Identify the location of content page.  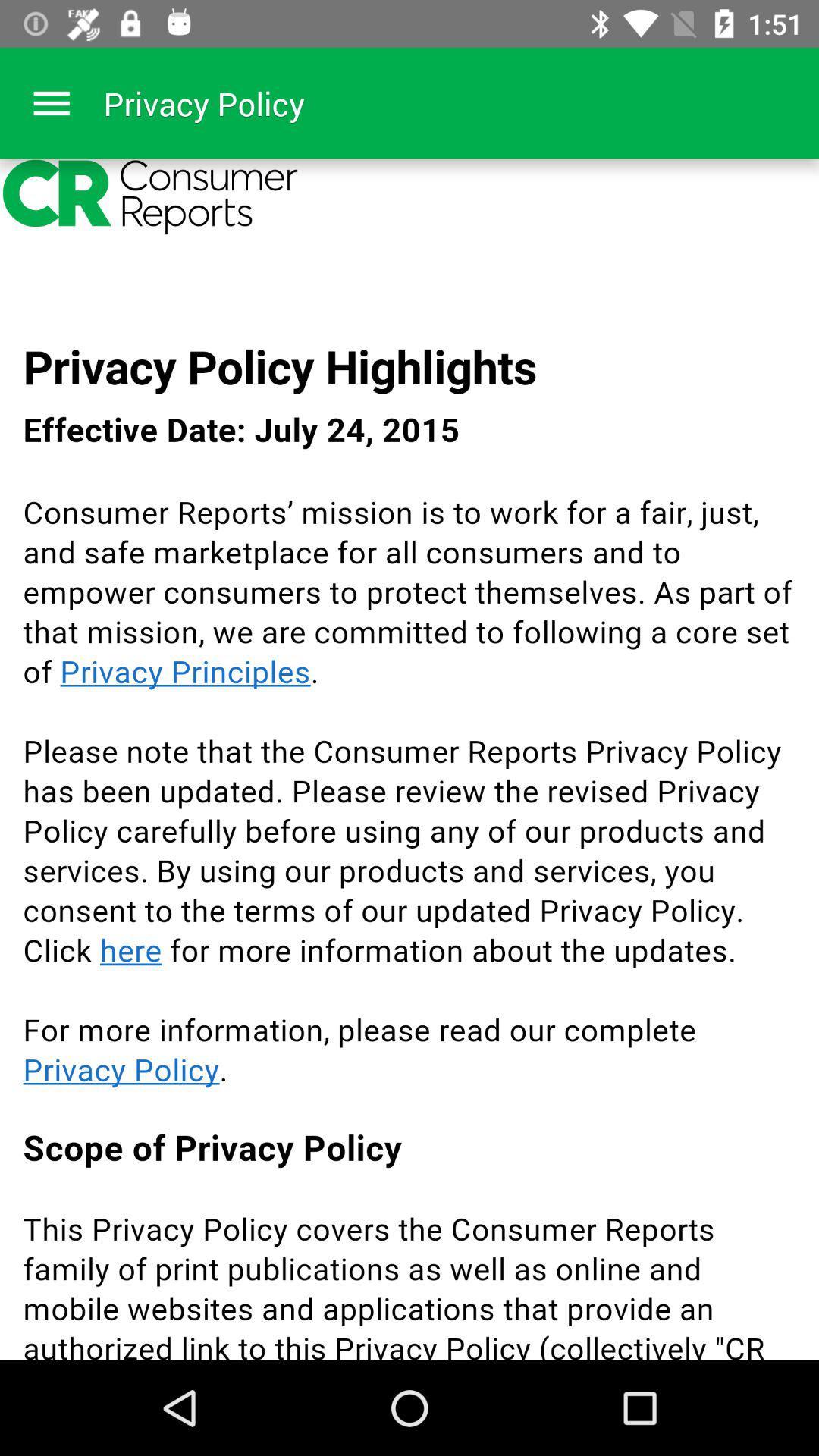
(409, 760).